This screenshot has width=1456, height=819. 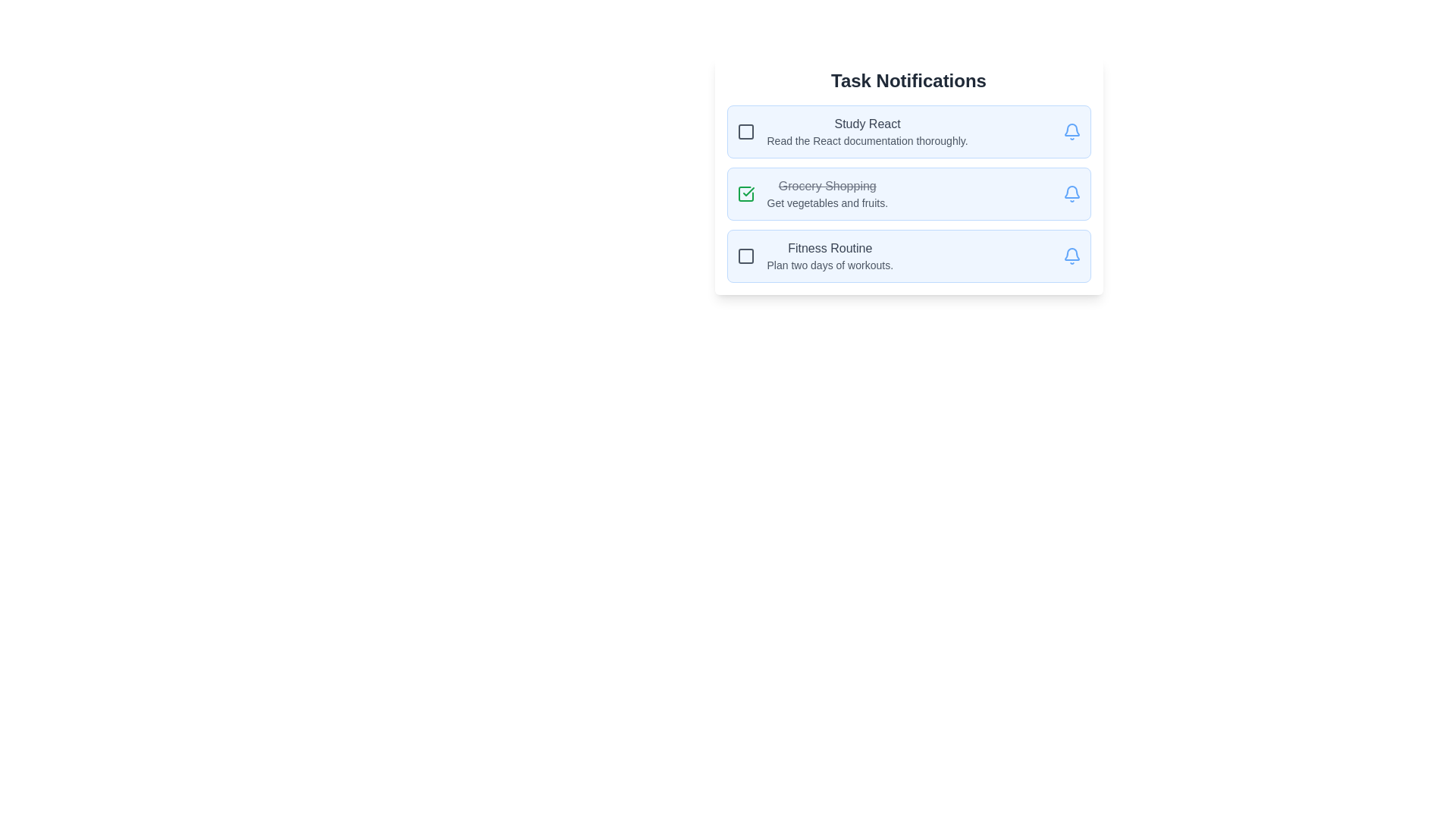 I want to click on the green checkmark icon within the second task entry labeled 'Grocery Shopping' in the 'Task Notifications' section, so click(x=748, y=191).